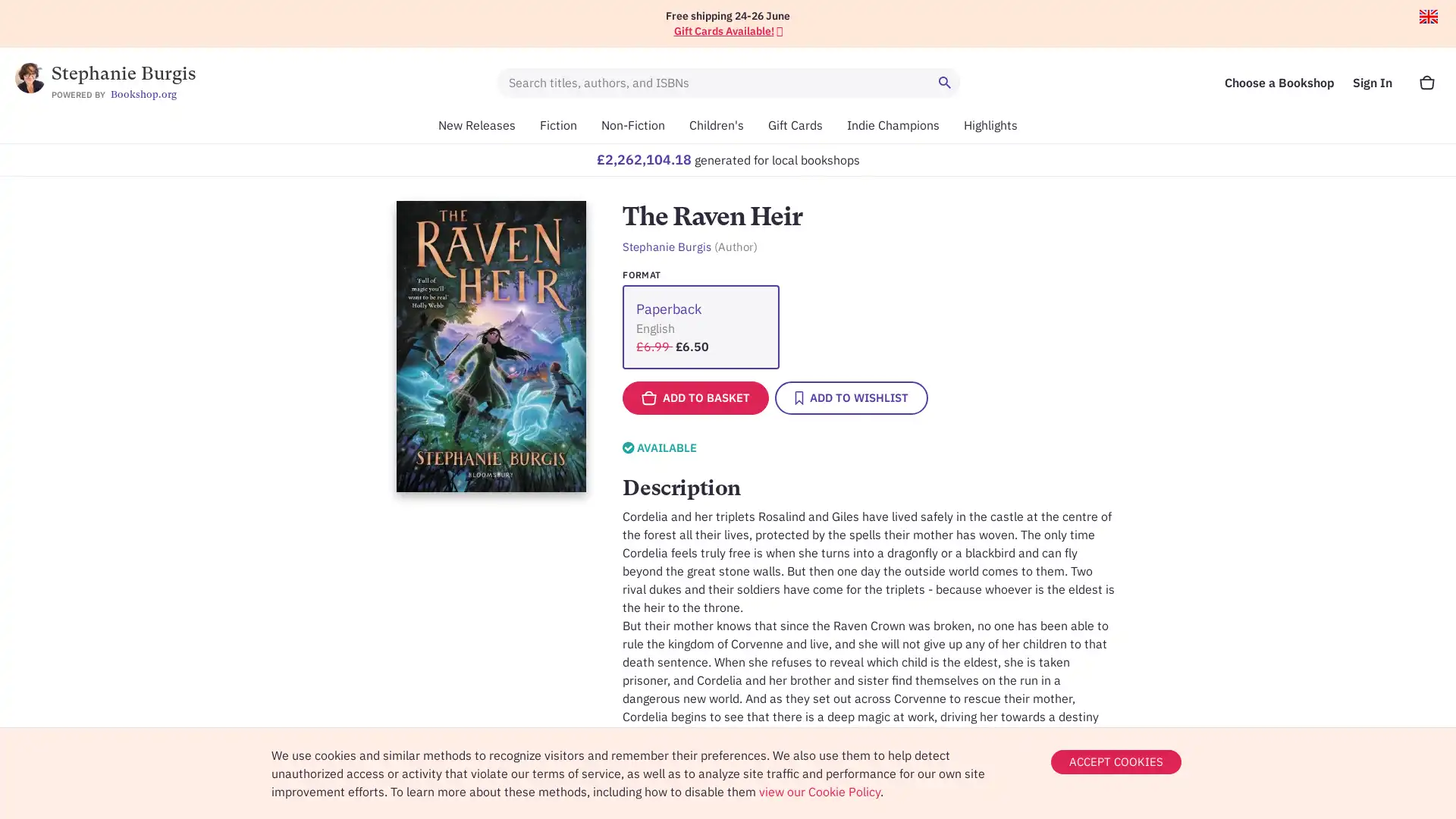  I want to click on ADD TO BASKET, so click(695, 397).